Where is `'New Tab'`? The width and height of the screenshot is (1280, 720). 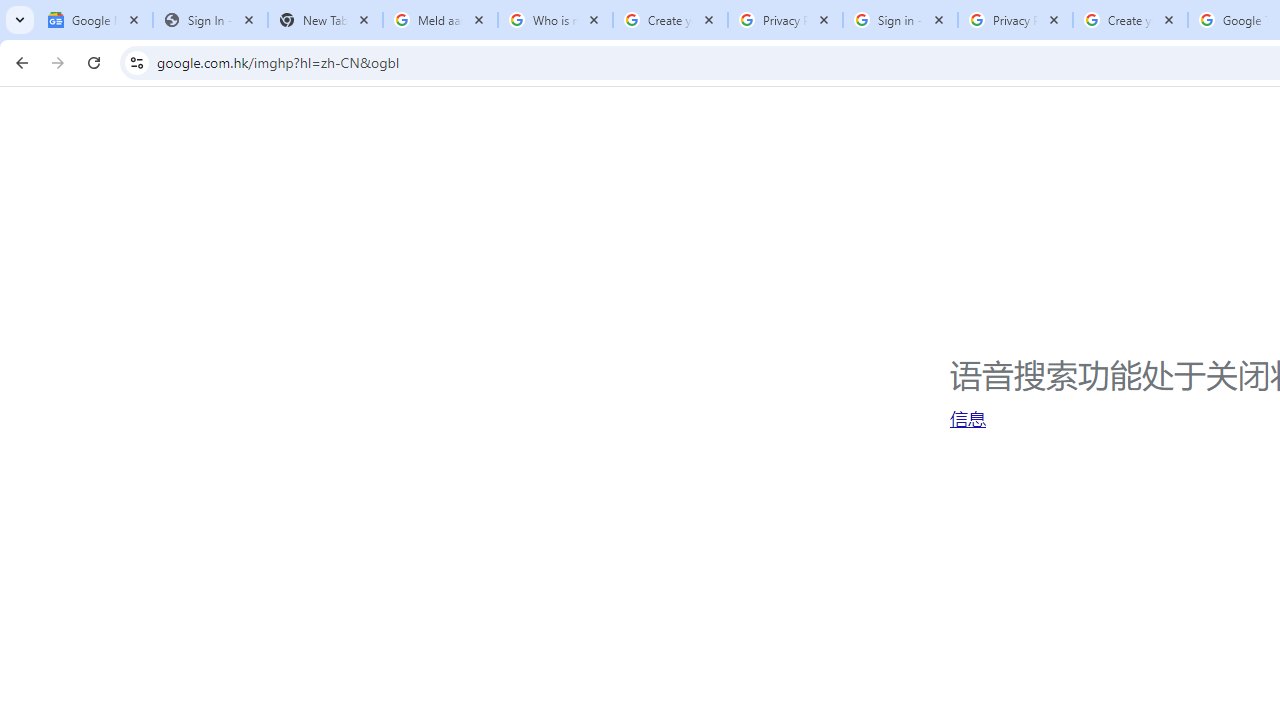 'New Tab' is located at coordinates (325, 20).